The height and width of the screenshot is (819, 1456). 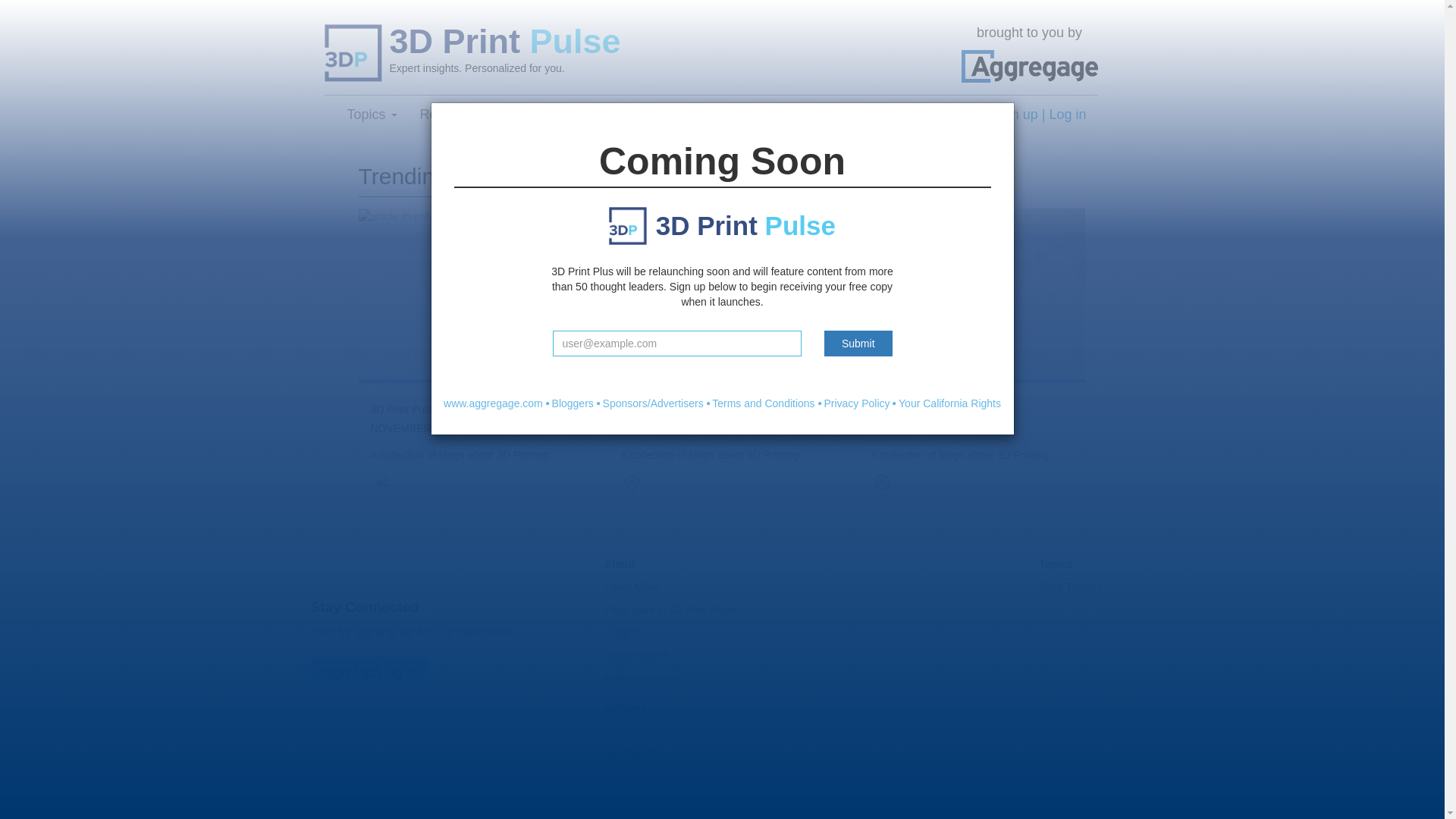 I want to click on 'Sign up | Log in', so click(x=1038, y=113).